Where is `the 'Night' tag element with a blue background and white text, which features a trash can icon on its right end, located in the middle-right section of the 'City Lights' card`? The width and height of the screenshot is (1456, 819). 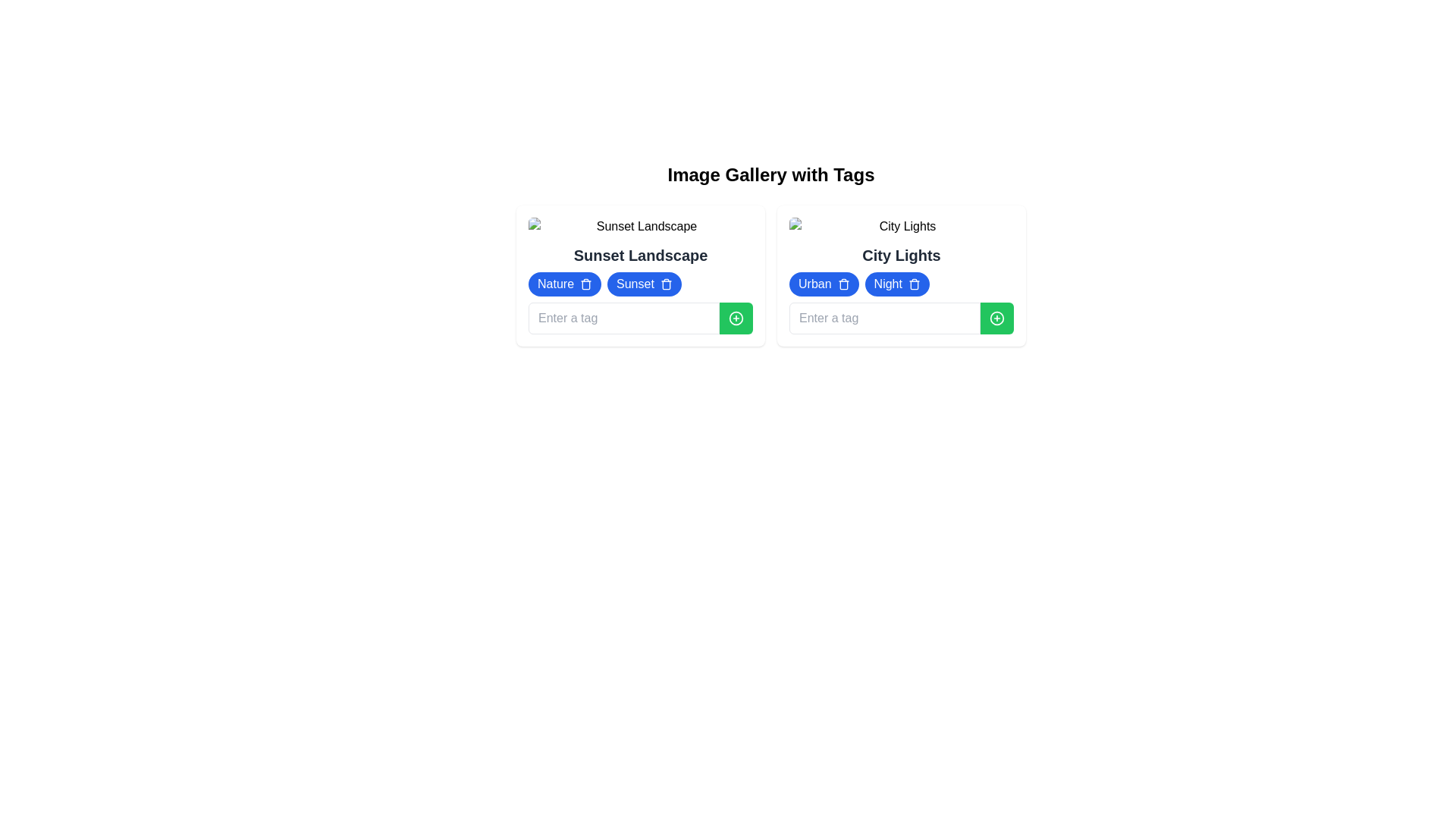
the 'Night' tag element with a blue background and white text, which features a trash can icon on its right end, located in the middle-right section of the 'City Lights' card is located at coordinates (897, 284).